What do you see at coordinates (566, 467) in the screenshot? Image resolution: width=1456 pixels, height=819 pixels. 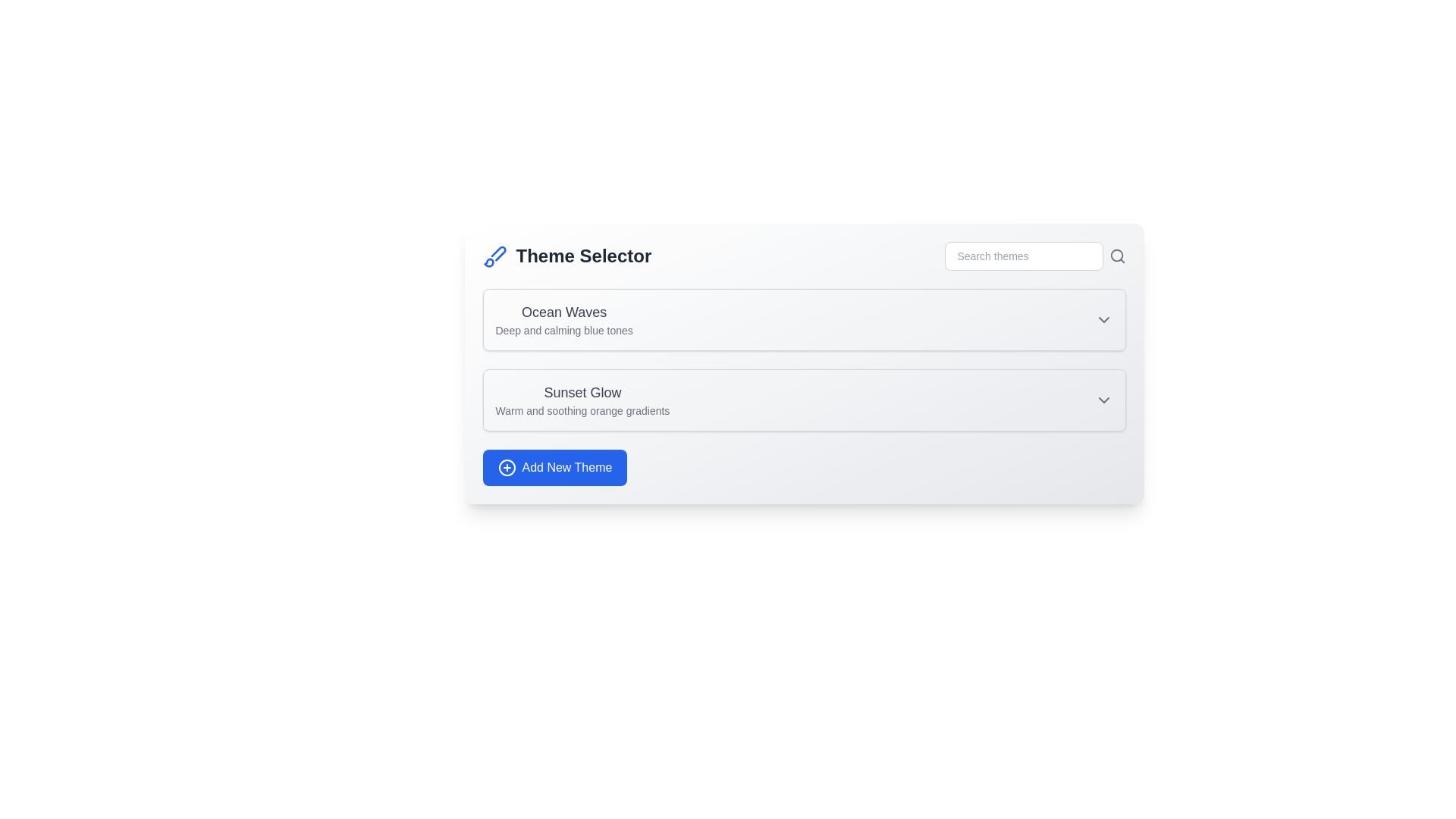 I see `the 'Add New Theme' button, which is a blue button with white text at the bottom center of the interface` at bounding box center [566, 467].